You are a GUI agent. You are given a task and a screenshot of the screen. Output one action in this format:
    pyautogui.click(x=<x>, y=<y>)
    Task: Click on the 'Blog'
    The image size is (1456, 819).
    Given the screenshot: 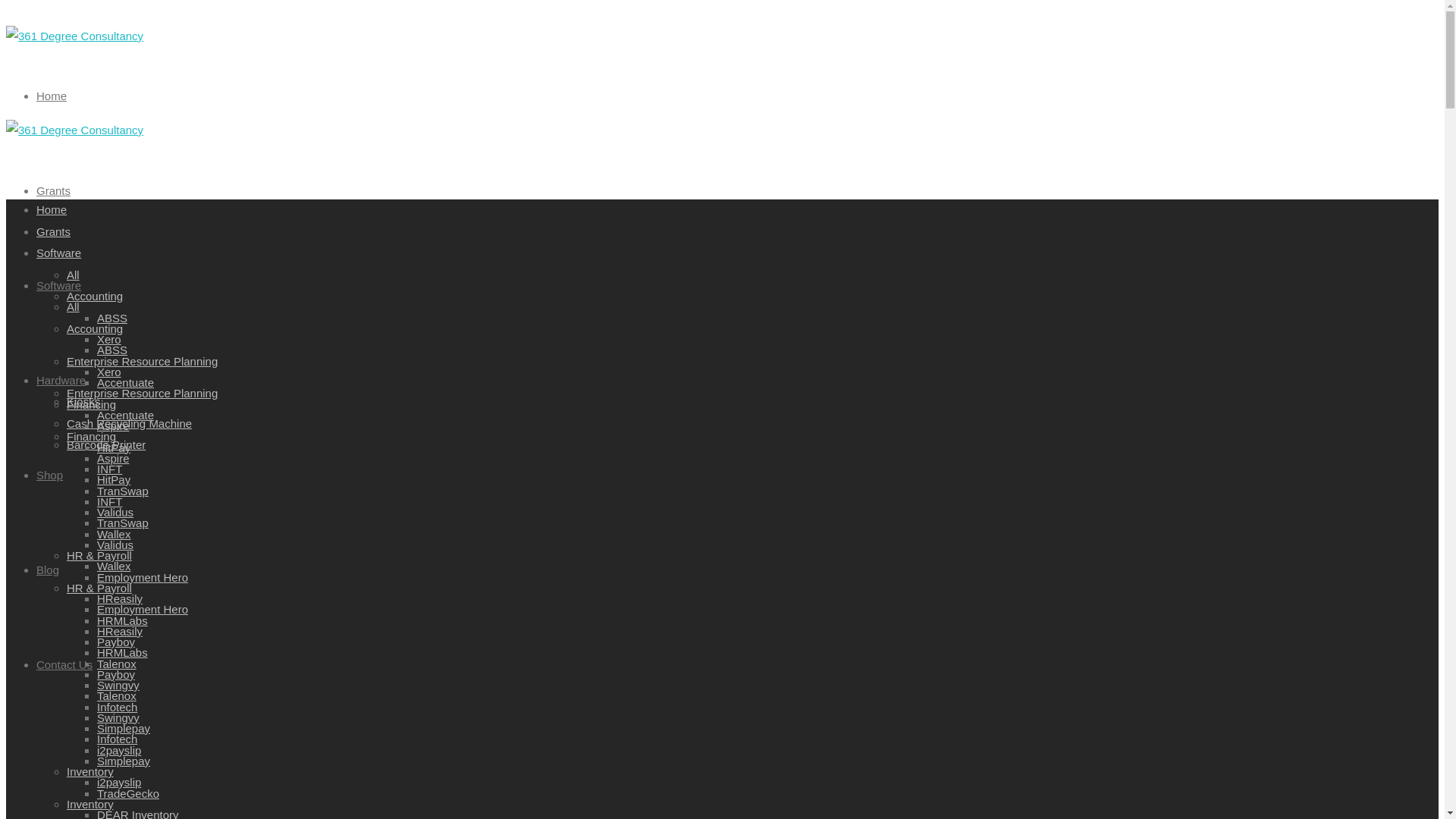 What is the action you would take?
    pyautogui.click(x=47, y=569)
    